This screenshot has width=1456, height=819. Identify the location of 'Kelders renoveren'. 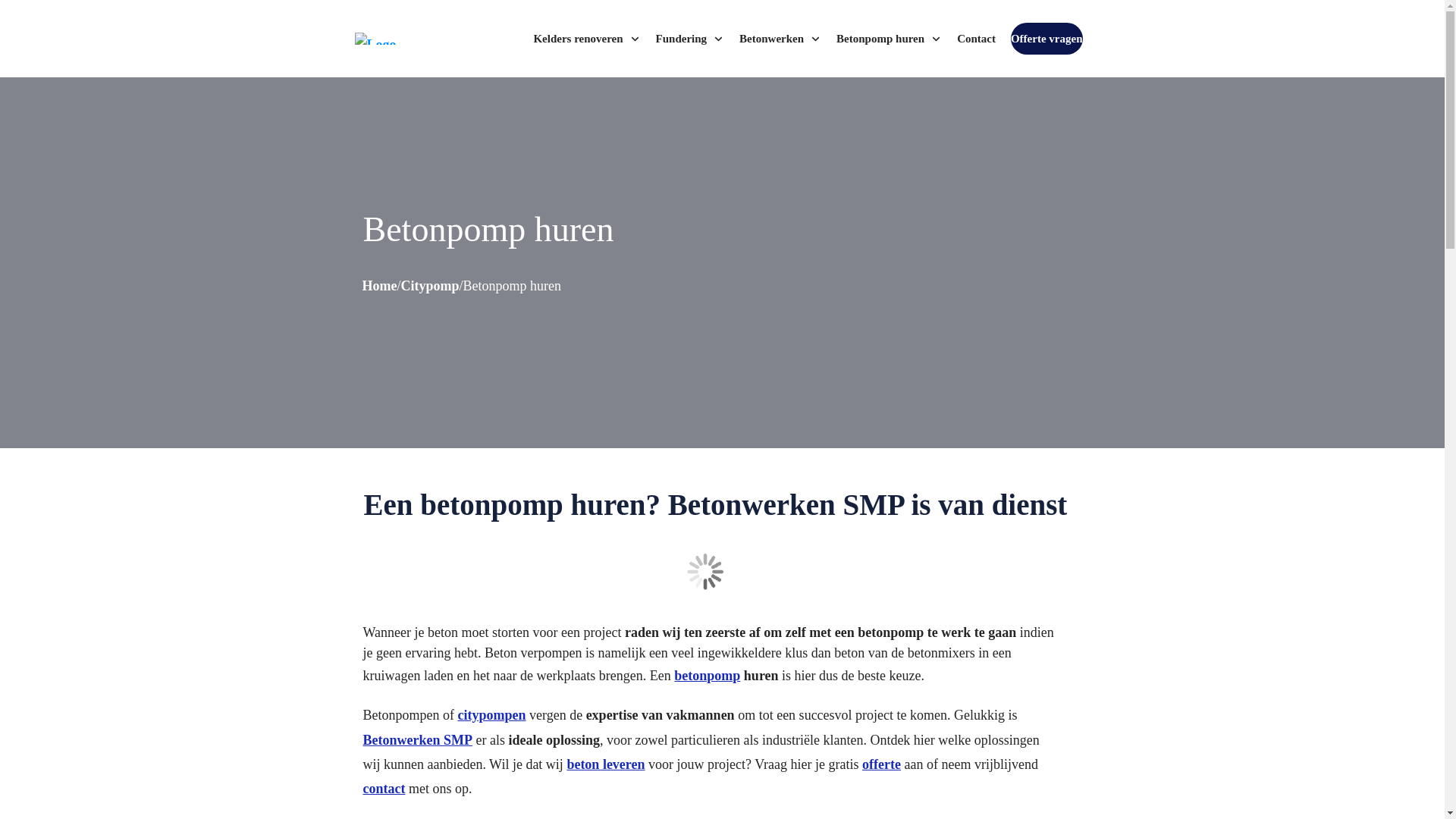
(585, 37).